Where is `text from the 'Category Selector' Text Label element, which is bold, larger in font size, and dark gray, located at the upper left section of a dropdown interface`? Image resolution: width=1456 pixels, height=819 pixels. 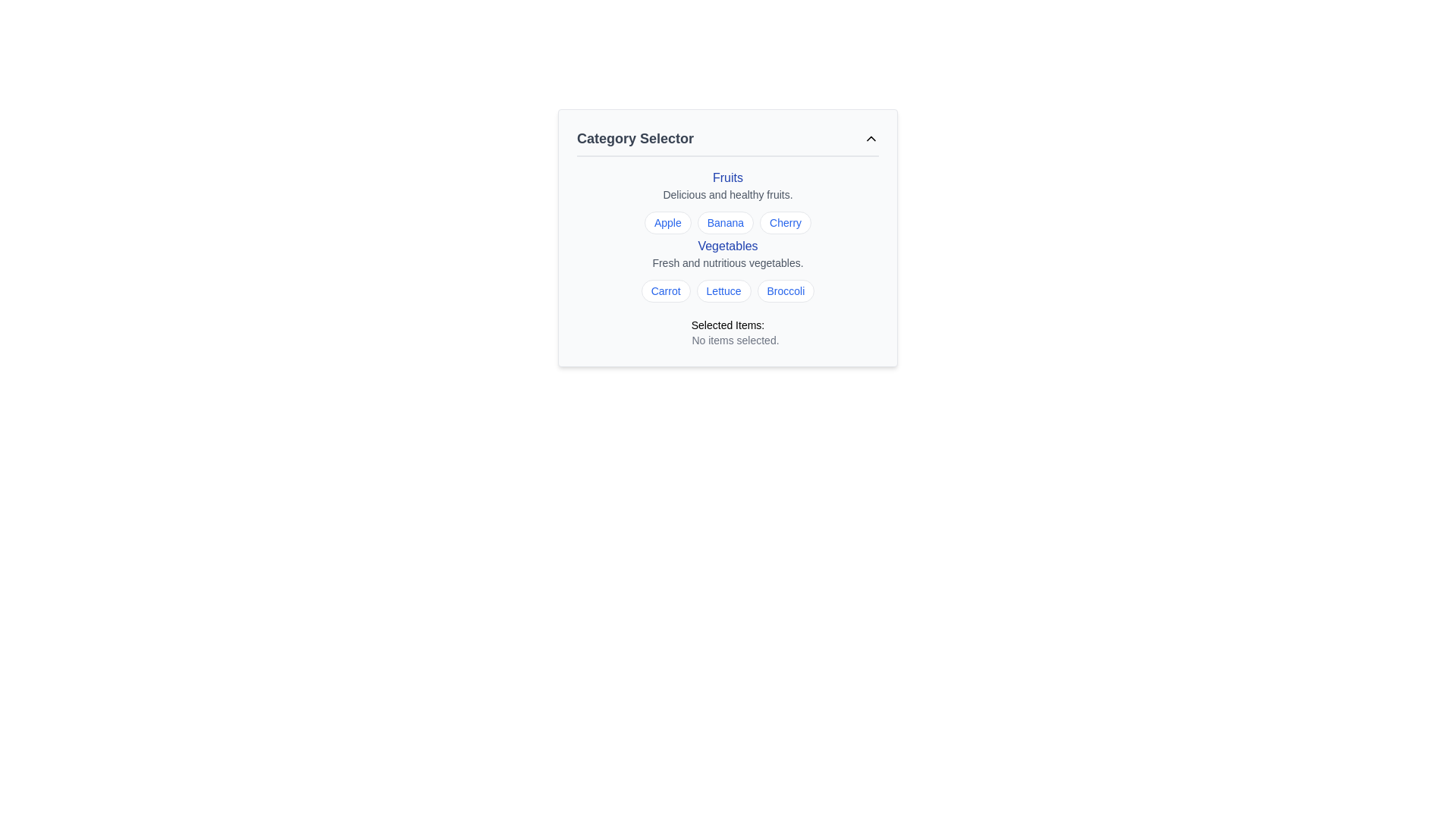 text from the 'Category Selector' Text Label element, which is bold, larger in font size, and dark gray, located at the upper left section of a dropdown interface is located at coordinates (635, 138).